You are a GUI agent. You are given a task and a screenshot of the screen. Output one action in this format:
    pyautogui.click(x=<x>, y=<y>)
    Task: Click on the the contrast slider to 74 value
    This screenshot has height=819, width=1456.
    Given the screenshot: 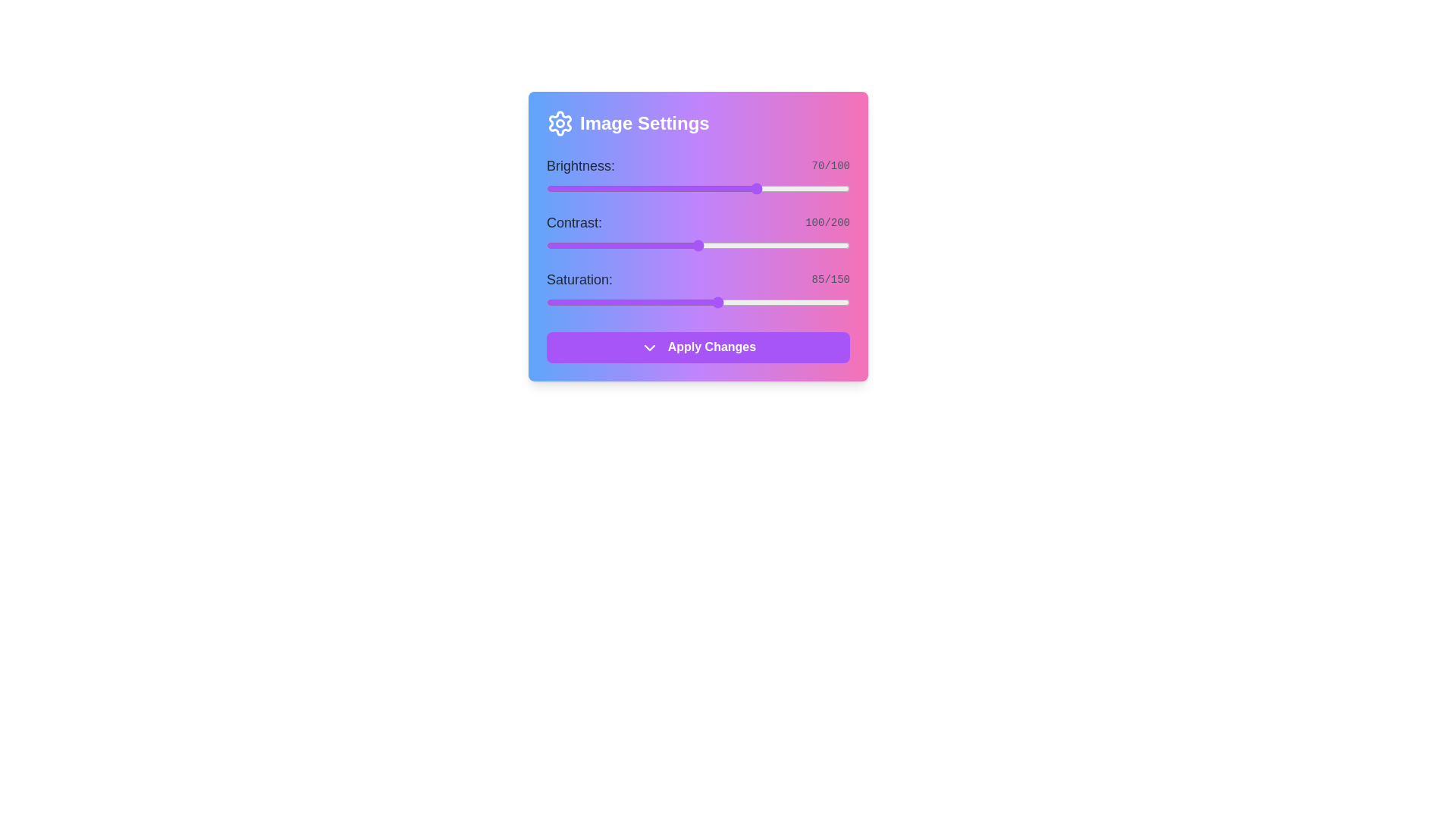 What is the action you would take?
    pyautogui.click(x=658, y=245)
    